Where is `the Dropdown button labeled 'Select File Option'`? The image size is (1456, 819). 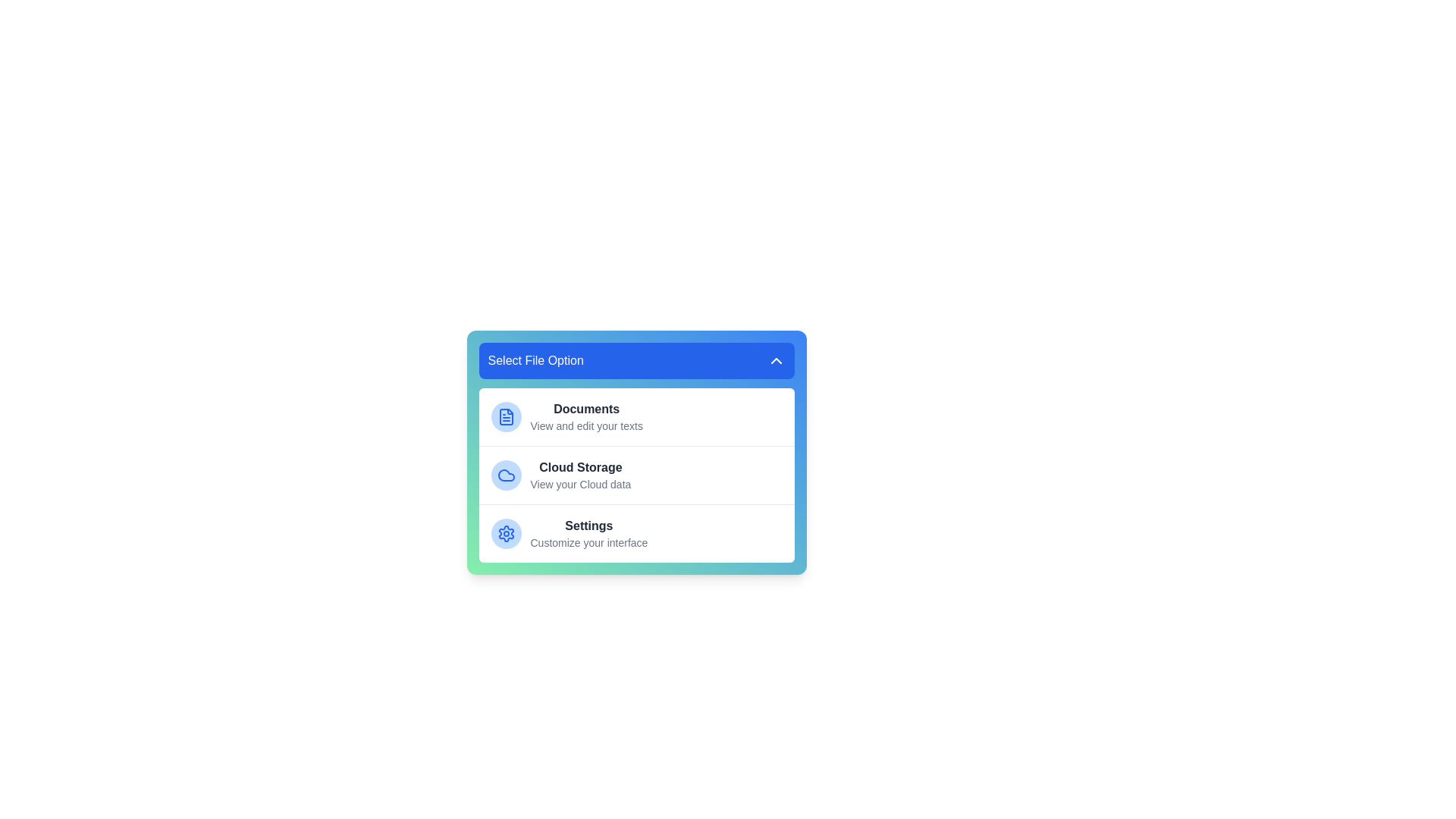 the Dropdown button labeled 'Select File Option' is located at coordinates (636, 360).